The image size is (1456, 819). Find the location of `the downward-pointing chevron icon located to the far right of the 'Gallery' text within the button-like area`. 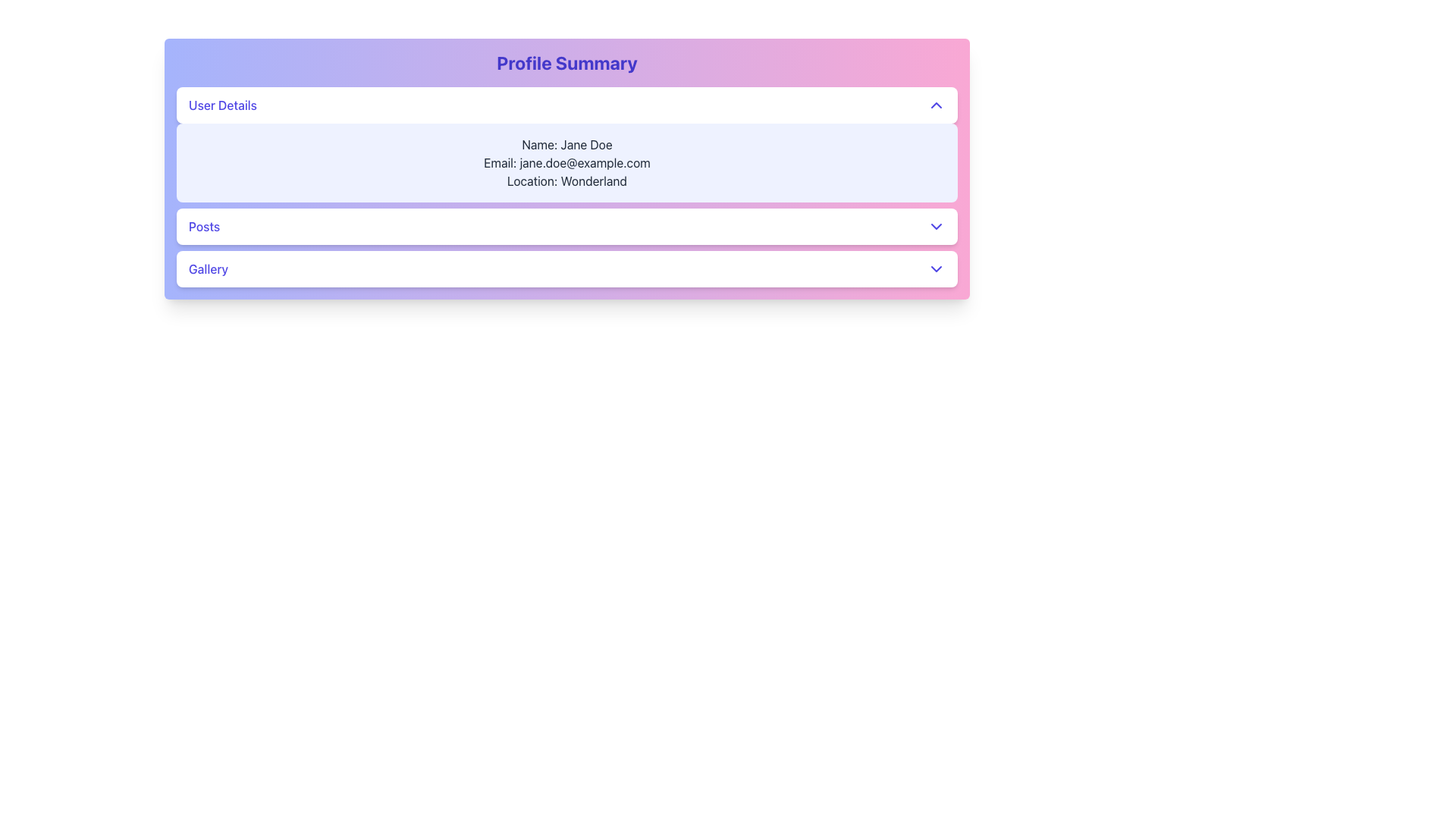

the downward-pointing chevron icon located to the far right of the 'Gallery' text within the button-like area is located at coordinates (935, 268).